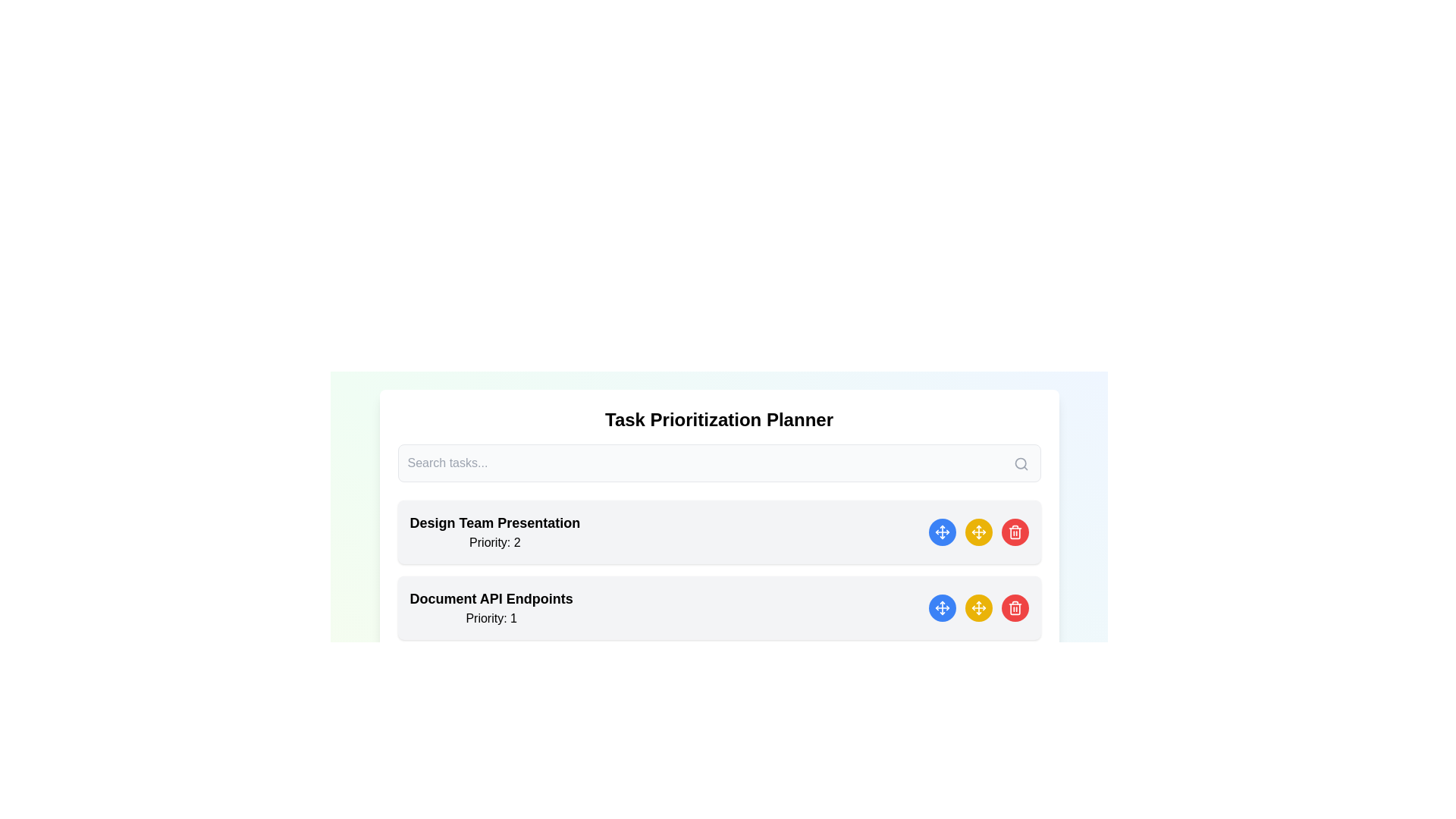  Describe the element at coordinates (978, 532) in the screenshot. I see `the button with a four-directional arrow symbol, located between a blue circular button and a red circular button` at that location.